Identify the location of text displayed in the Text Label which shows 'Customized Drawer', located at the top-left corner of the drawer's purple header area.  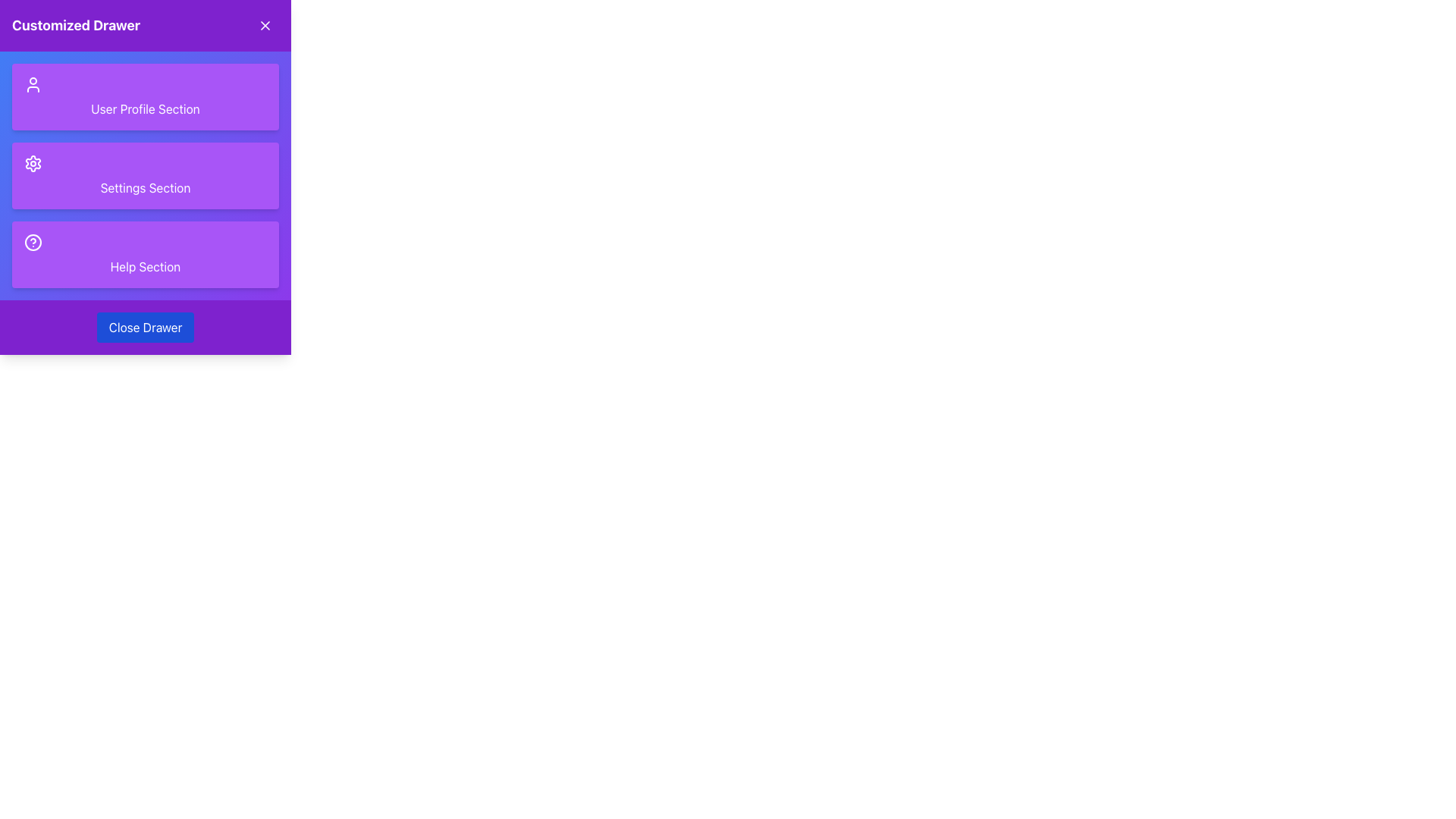
(75, 26).